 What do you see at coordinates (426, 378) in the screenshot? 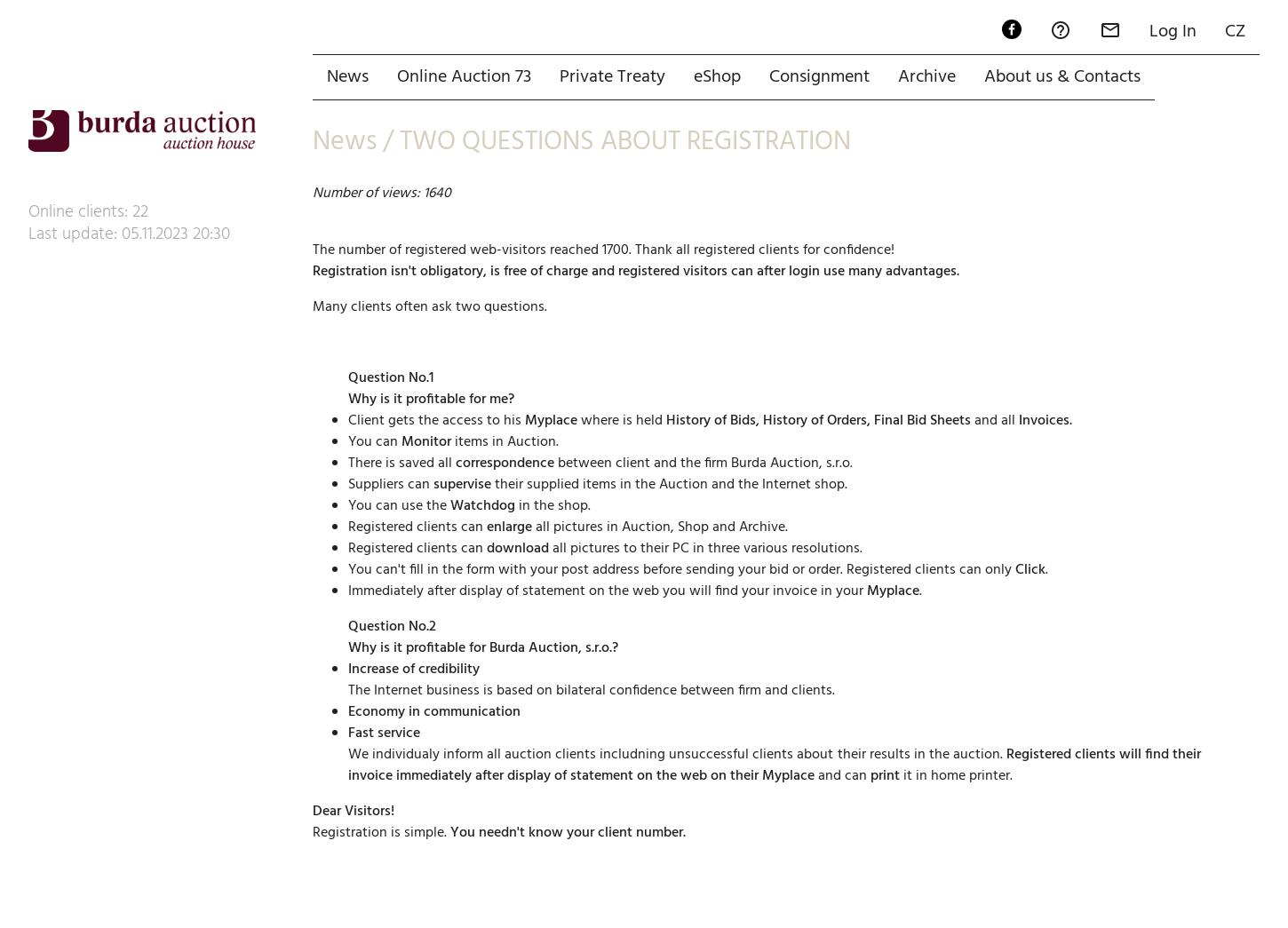
I see `'Monitor'` at bounding box center [426, 378].